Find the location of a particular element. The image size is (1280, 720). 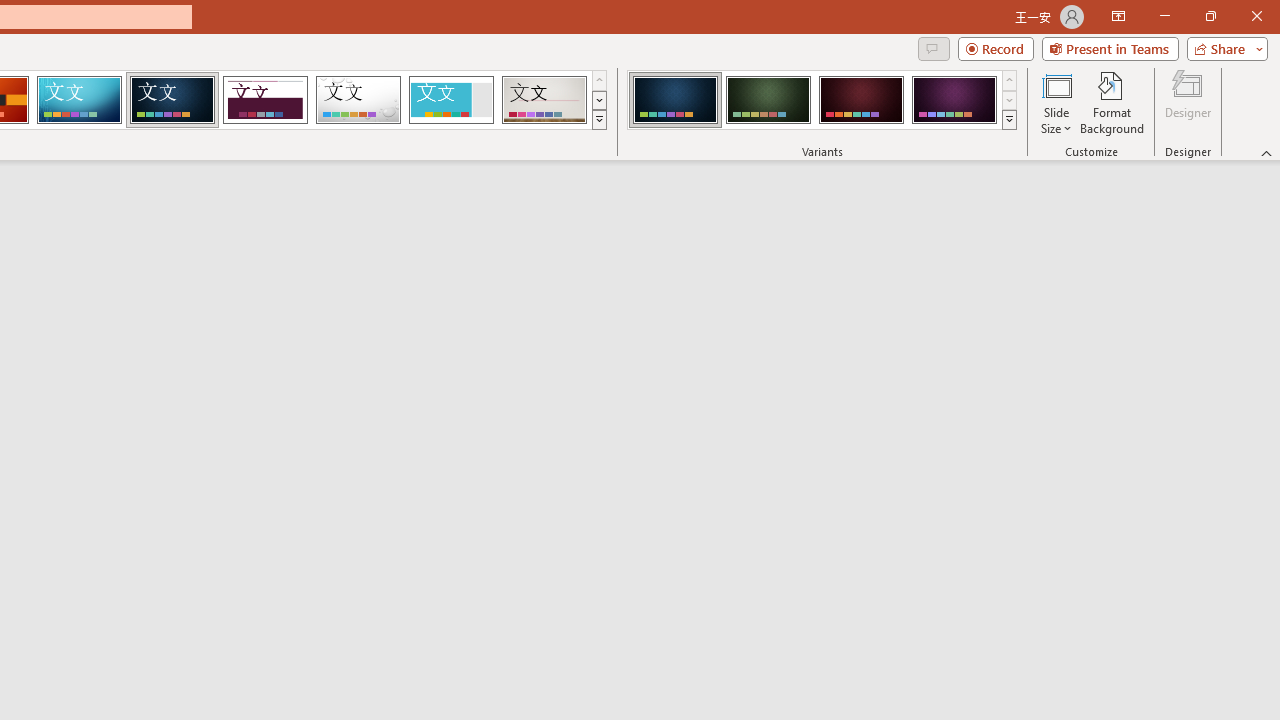

'Damask Variant 4' is located at coordinates (953, 100).